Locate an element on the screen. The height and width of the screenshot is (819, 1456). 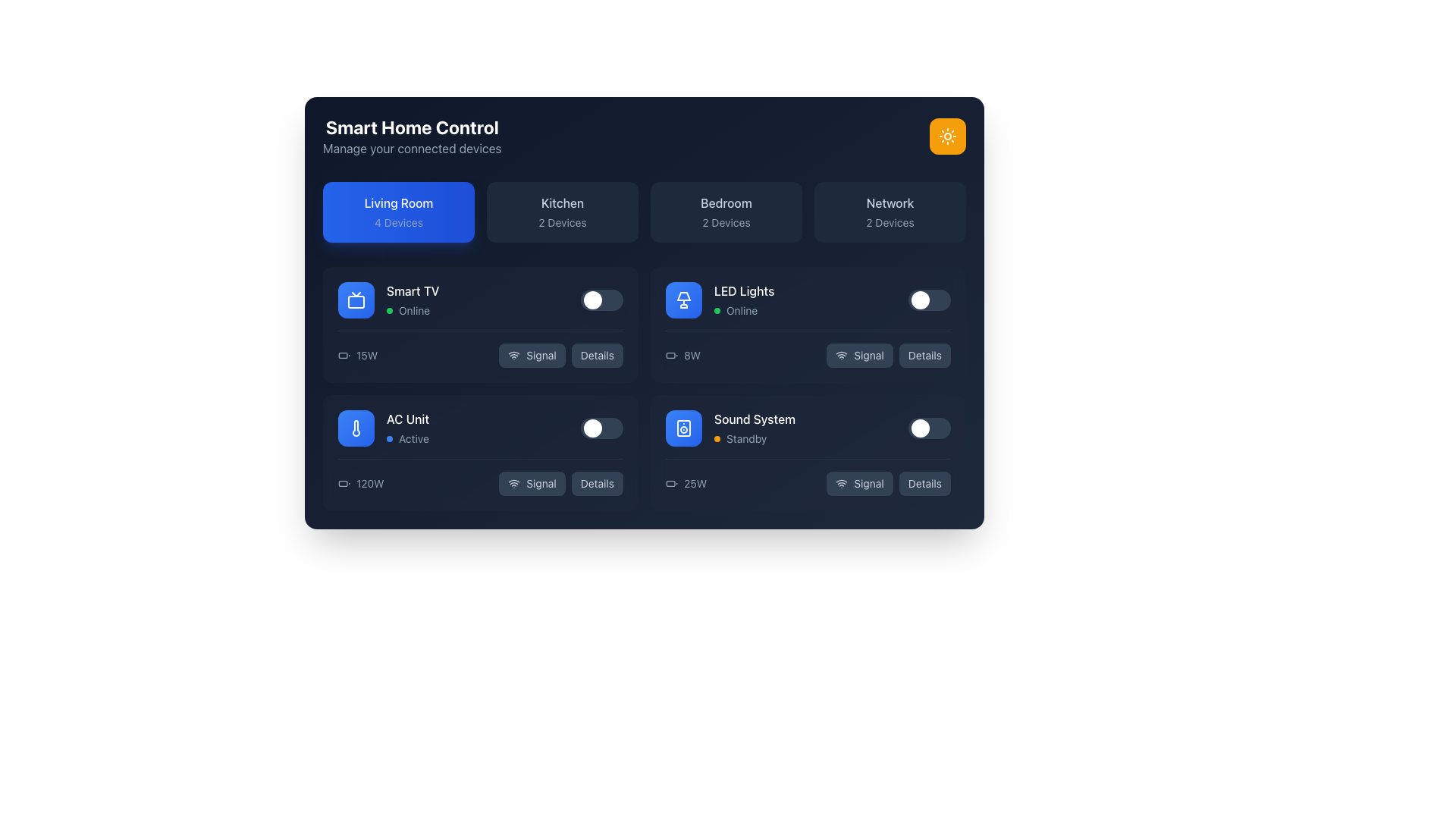
the detailed display interface for power consumption and control buttons located in the lower section of the 'Smart TV' block in the 'Living Room' sub-section is located at coordinates (479, 348).